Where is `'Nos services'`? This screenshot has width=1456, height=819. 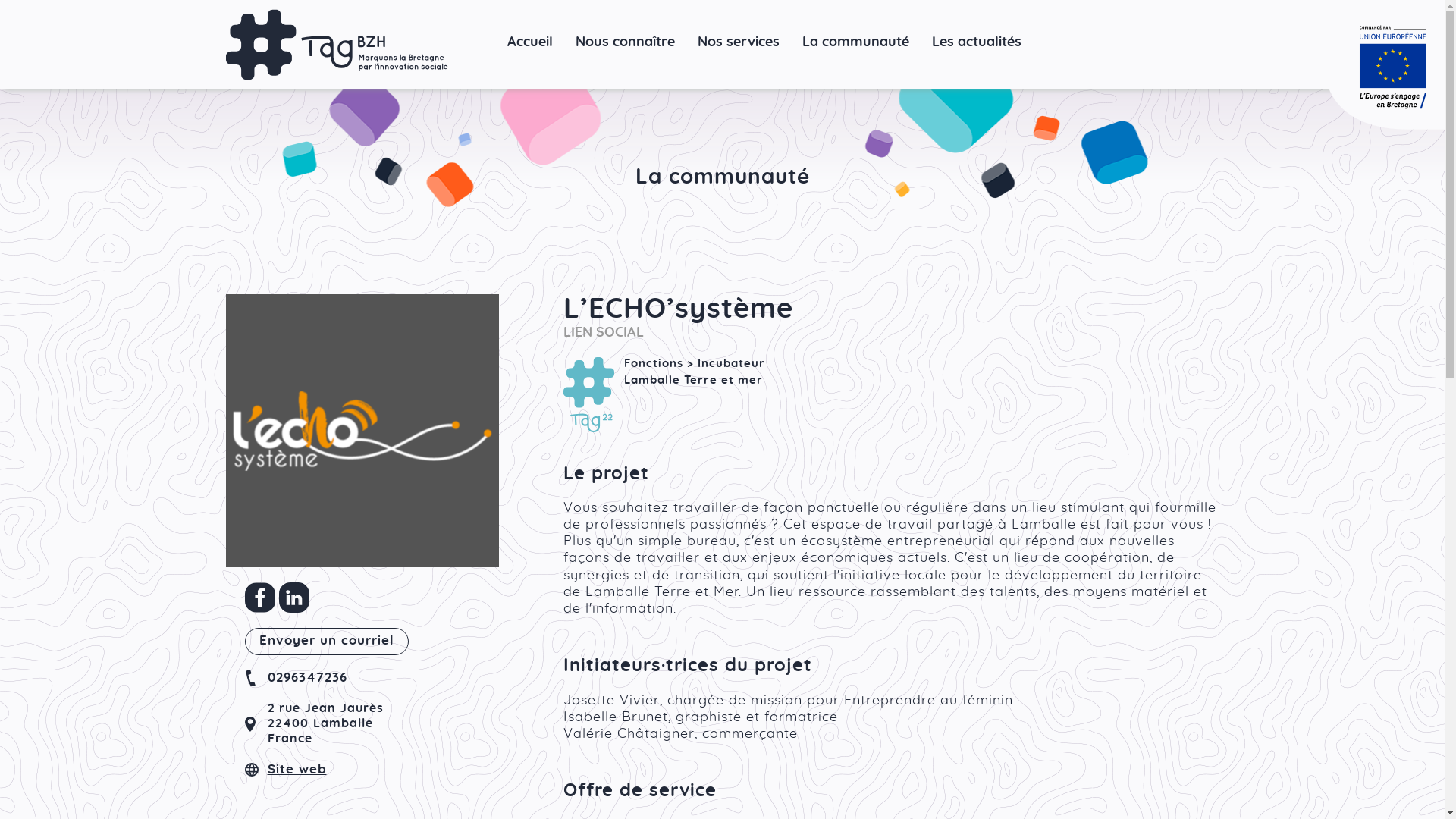
'Nos services' is located at coordinates (739, 45).